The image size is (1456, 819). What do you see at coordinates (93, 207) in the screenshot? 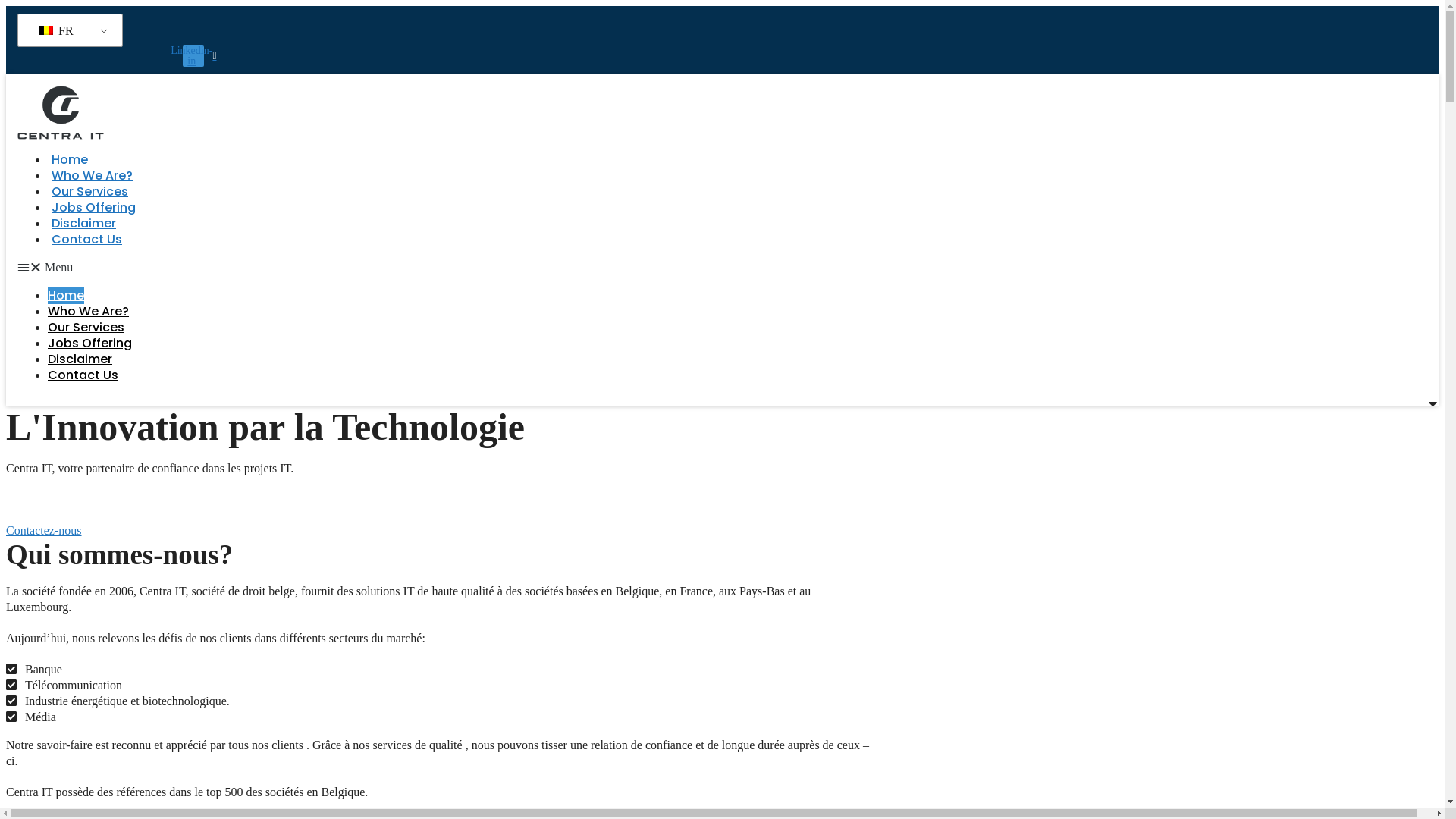
I see `'Jobs Offering'` at bounding box center [93, 207].